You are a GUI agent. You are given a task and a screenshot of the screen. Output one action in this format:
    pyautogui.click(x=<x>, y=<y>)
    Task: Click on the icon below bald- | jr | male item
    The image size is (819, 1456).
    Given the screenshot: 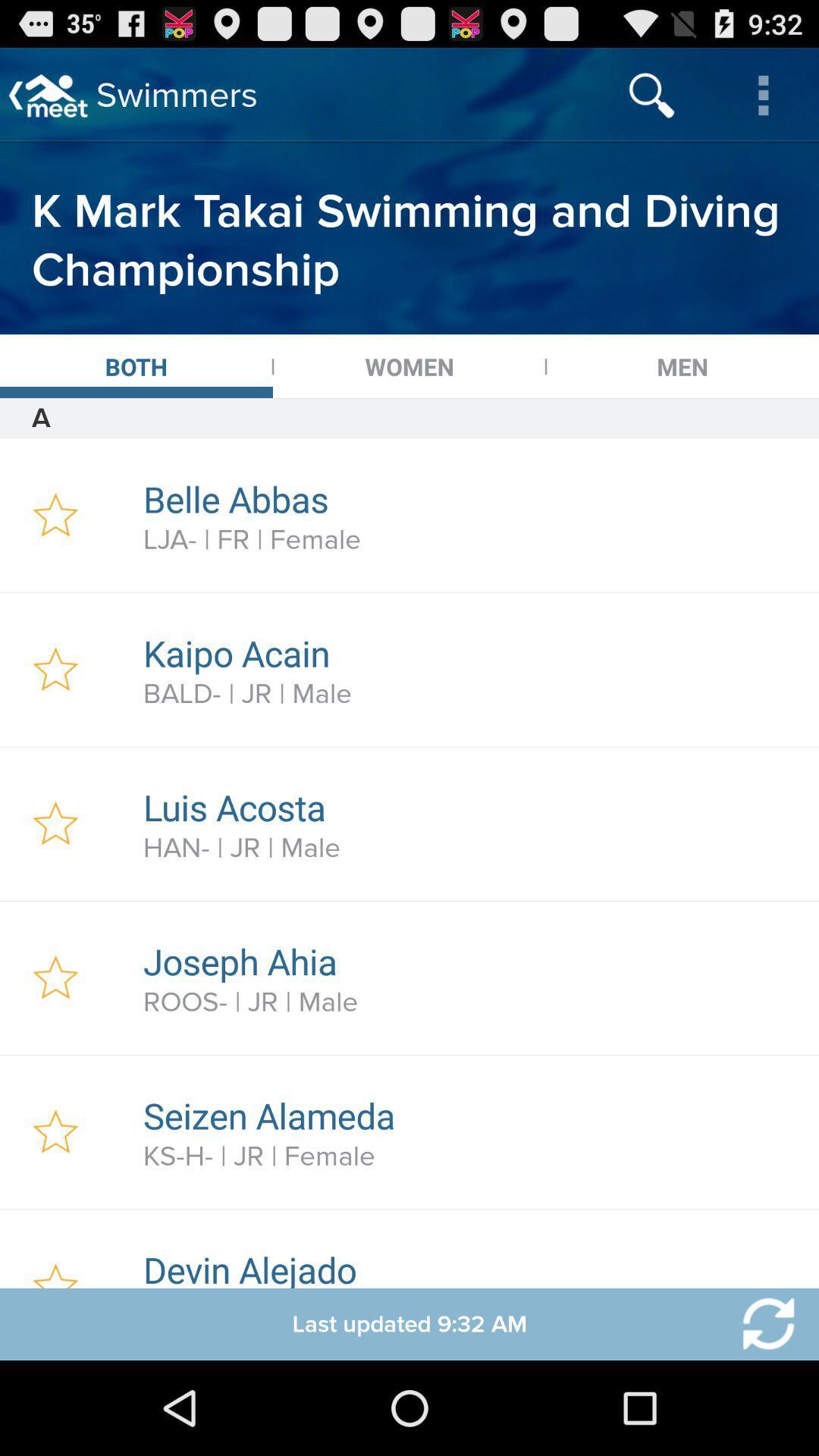 What is the action you would take?
    pyautogui.click(x=472, y=806)
    